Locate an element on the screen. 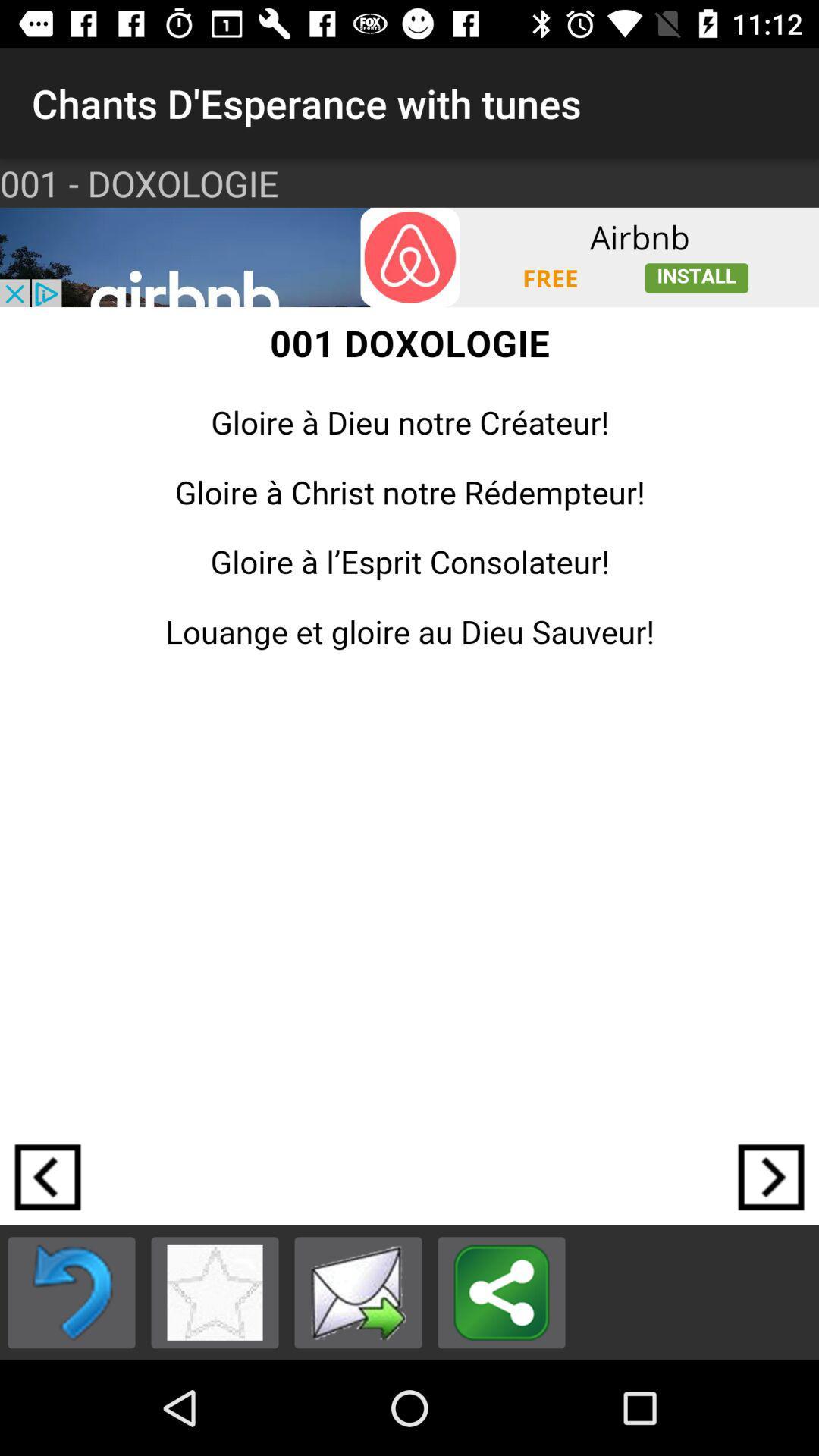 The height and width of the screenshot is (1456, 819). to favorites is located at coordinates (215, 1291).